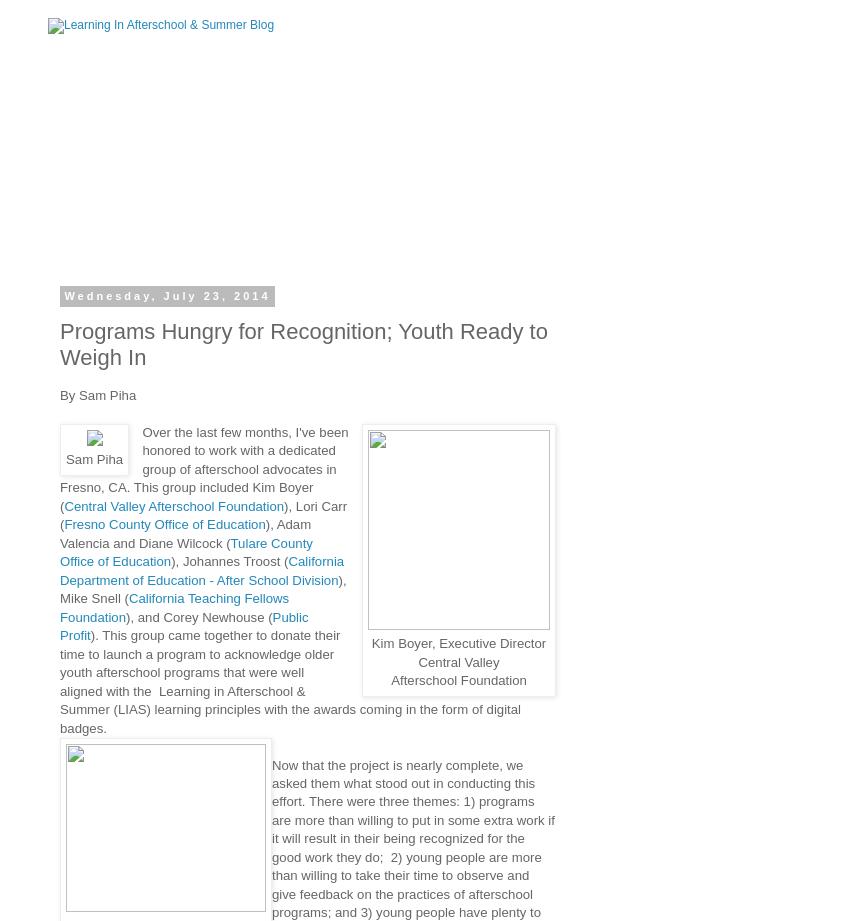 The image size is (868, 921). What do you see at coordinates (203, 467) in the screenshot?
I see `'Over the last few months, I've been honored to work with a dedicated group of afterschool advocates in Fresno, CA. This group included Kim Boyer ('` at bounding box center [203, 467].